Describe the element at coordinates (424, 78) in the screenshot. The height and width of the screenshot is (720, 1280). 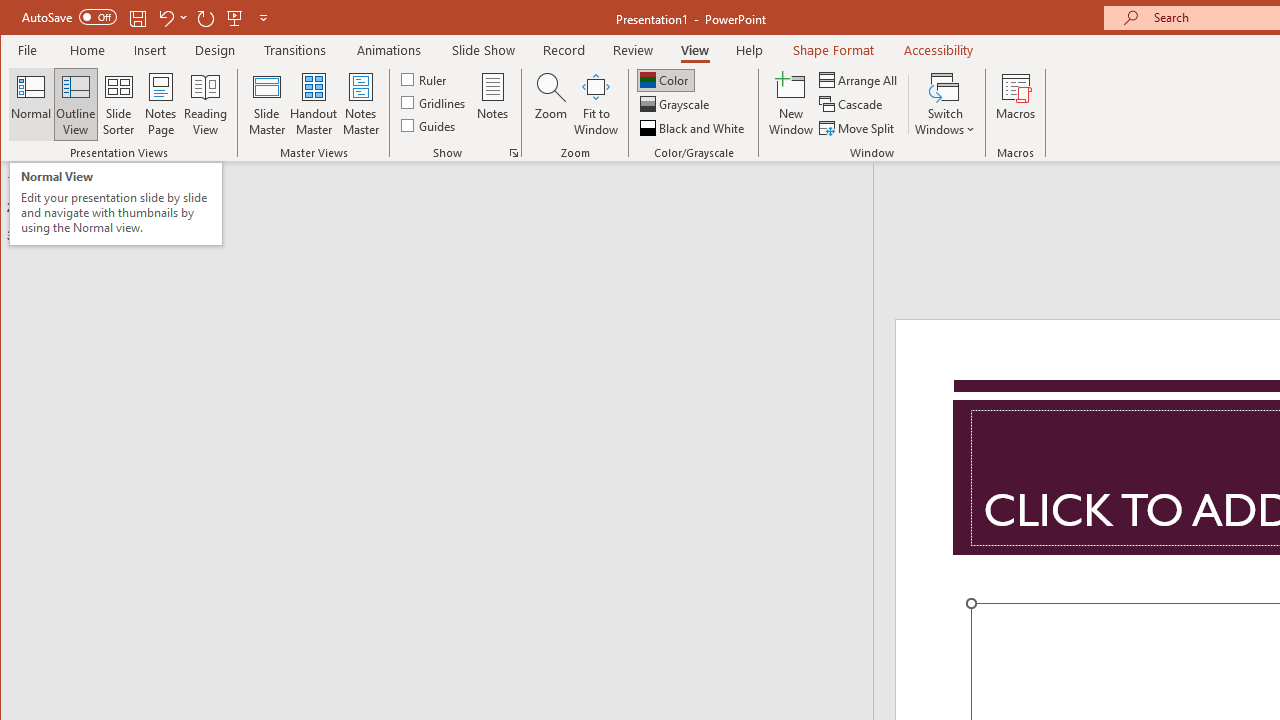
I see `'Ruler'` at that location.